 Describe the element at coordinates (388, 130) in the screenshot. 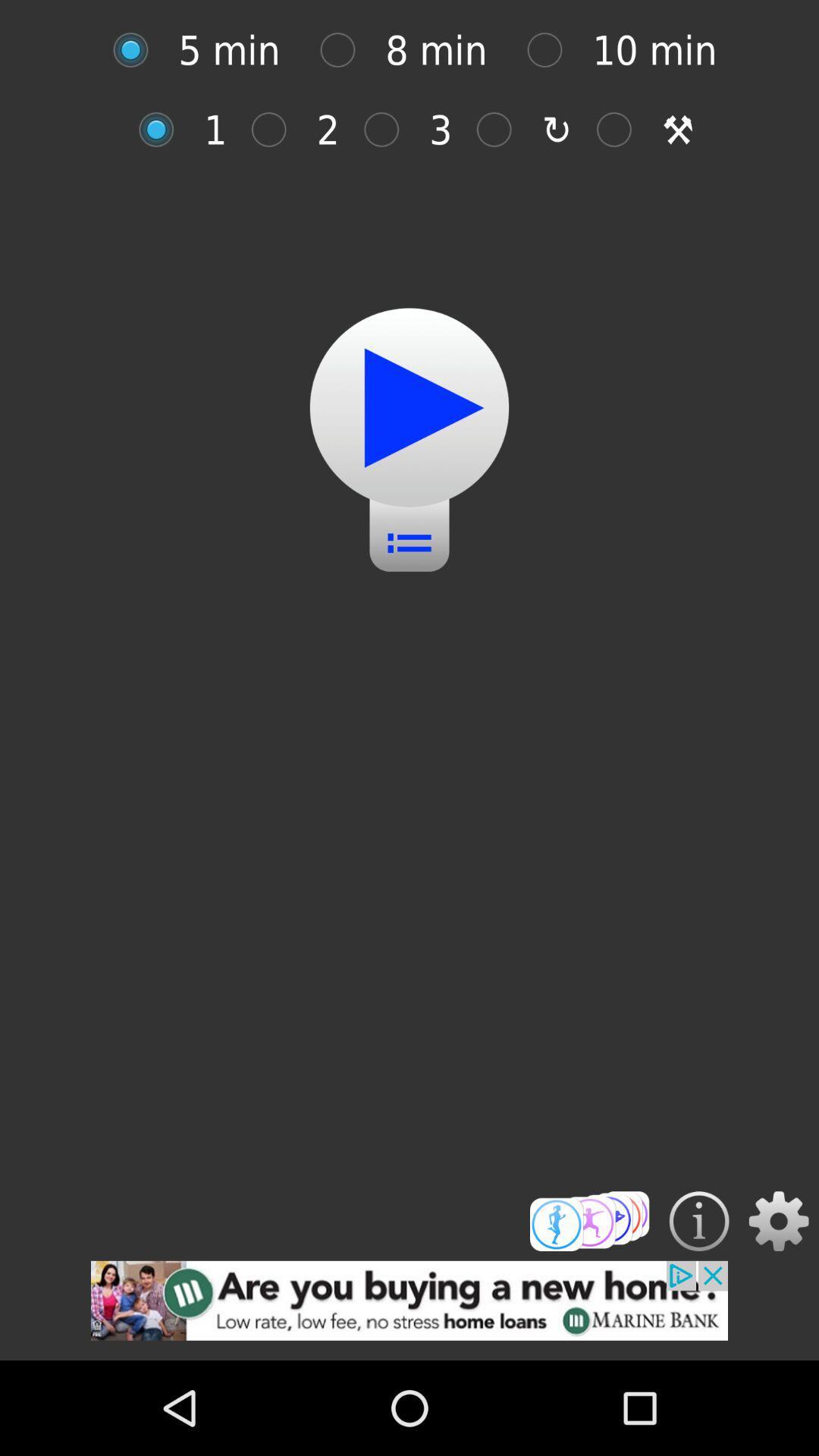

I see `click on icon` at that location.